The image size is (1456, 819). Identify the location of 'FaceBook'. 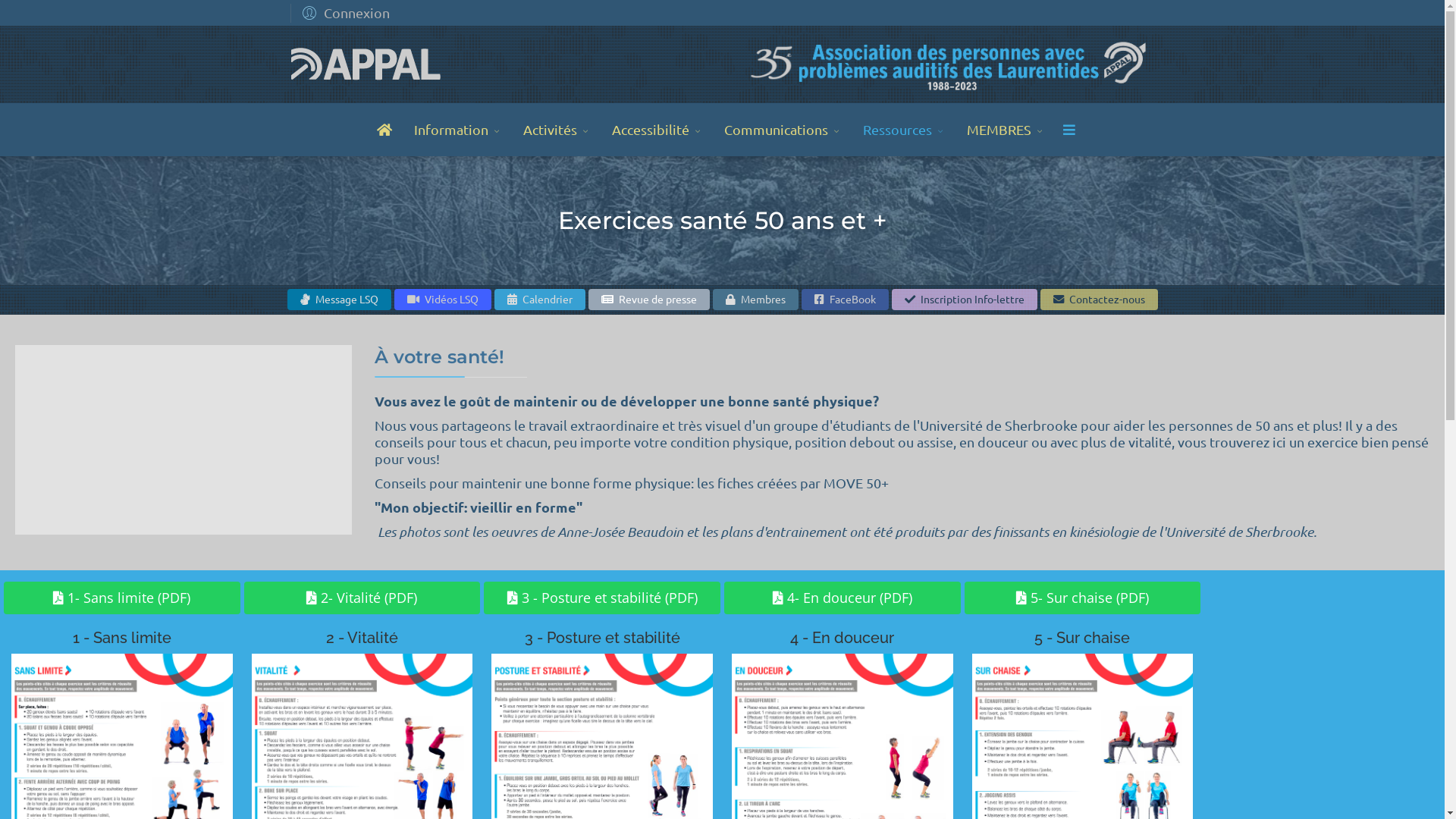
(843, 299).